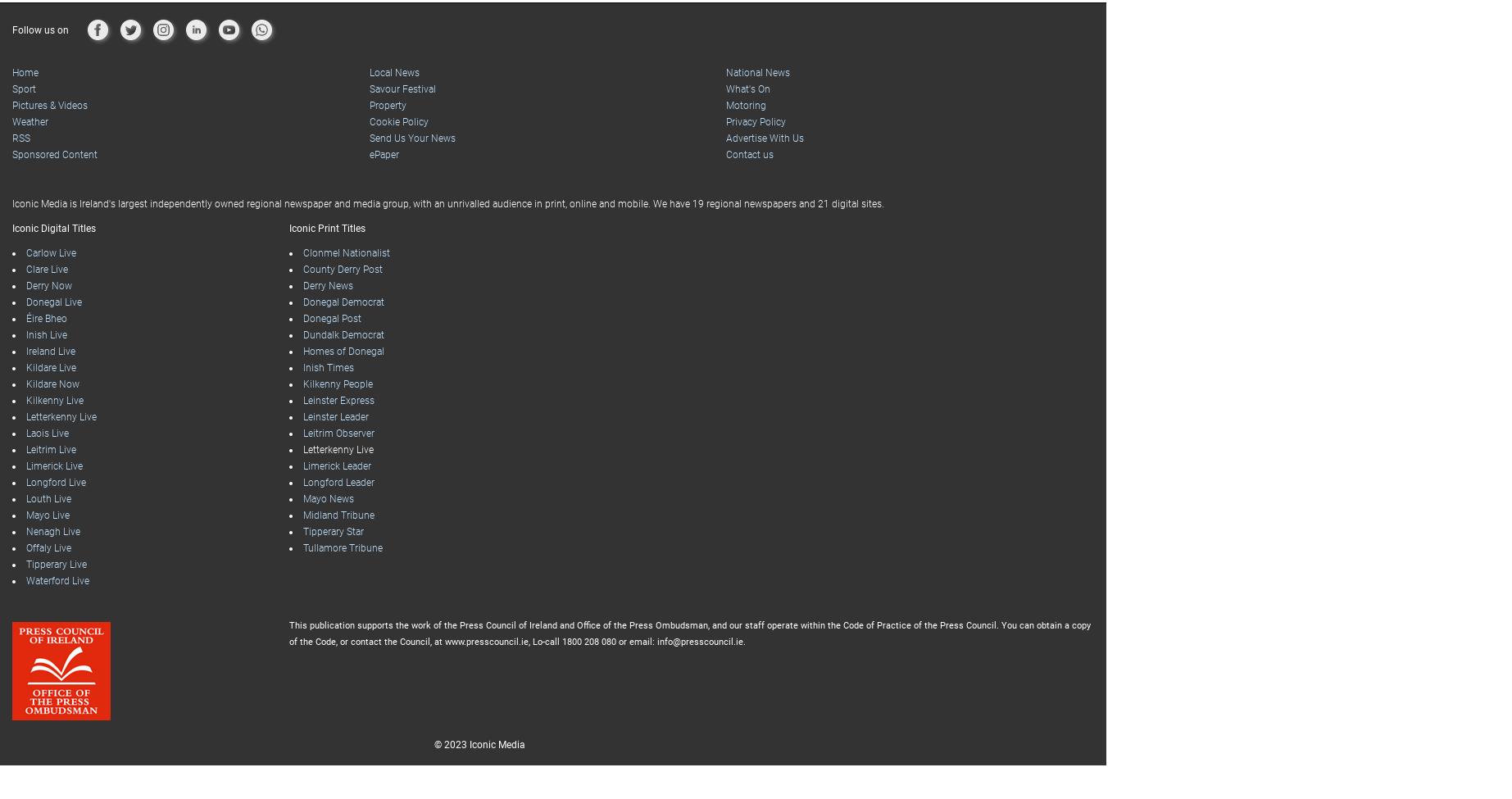 This screenshot has height=799, width=1512. I want to click on 'Kildare Live', so click(51, 335).